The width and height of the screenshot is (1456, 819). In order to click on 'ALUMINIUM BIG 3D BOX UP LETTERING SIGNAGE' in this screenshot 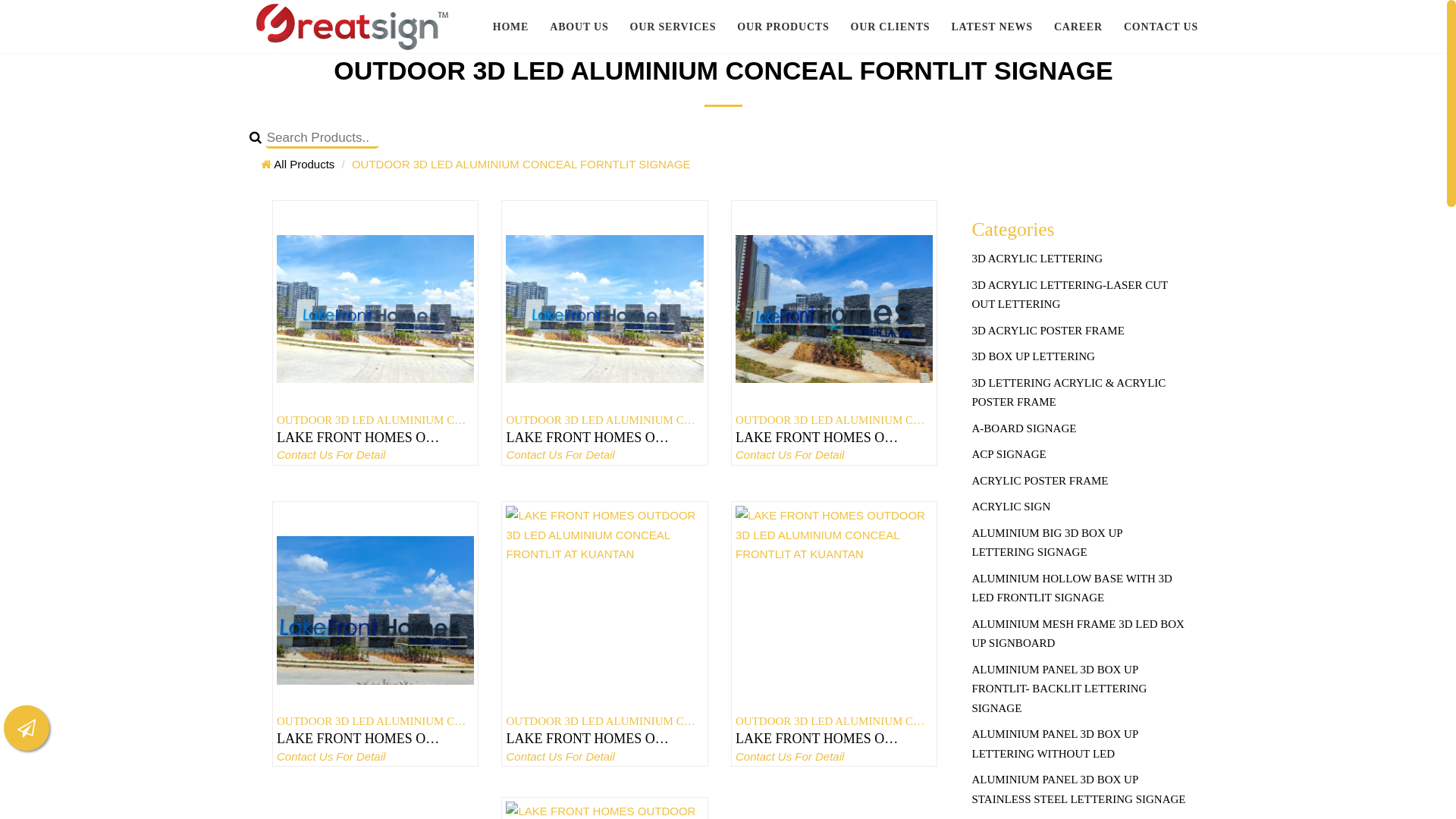, I will do `click(1078, 542)`.